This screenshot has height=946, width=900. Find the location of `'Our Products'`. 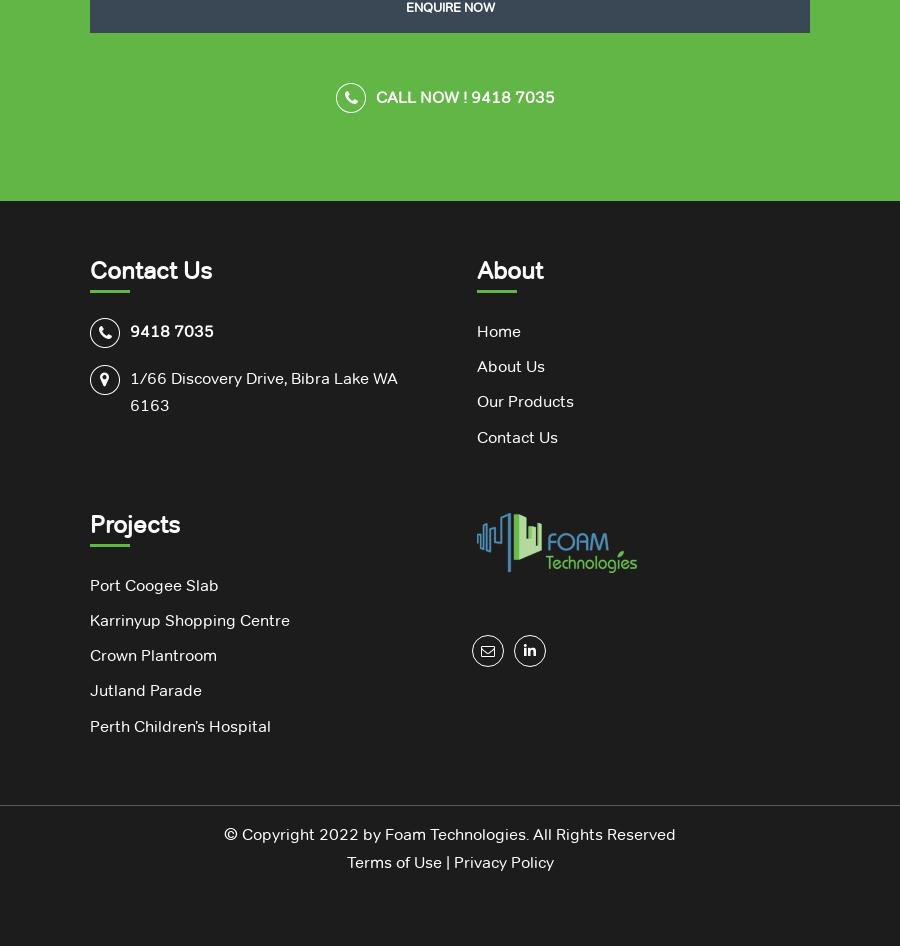

'Our Products' is located at coordinates (476, 400).